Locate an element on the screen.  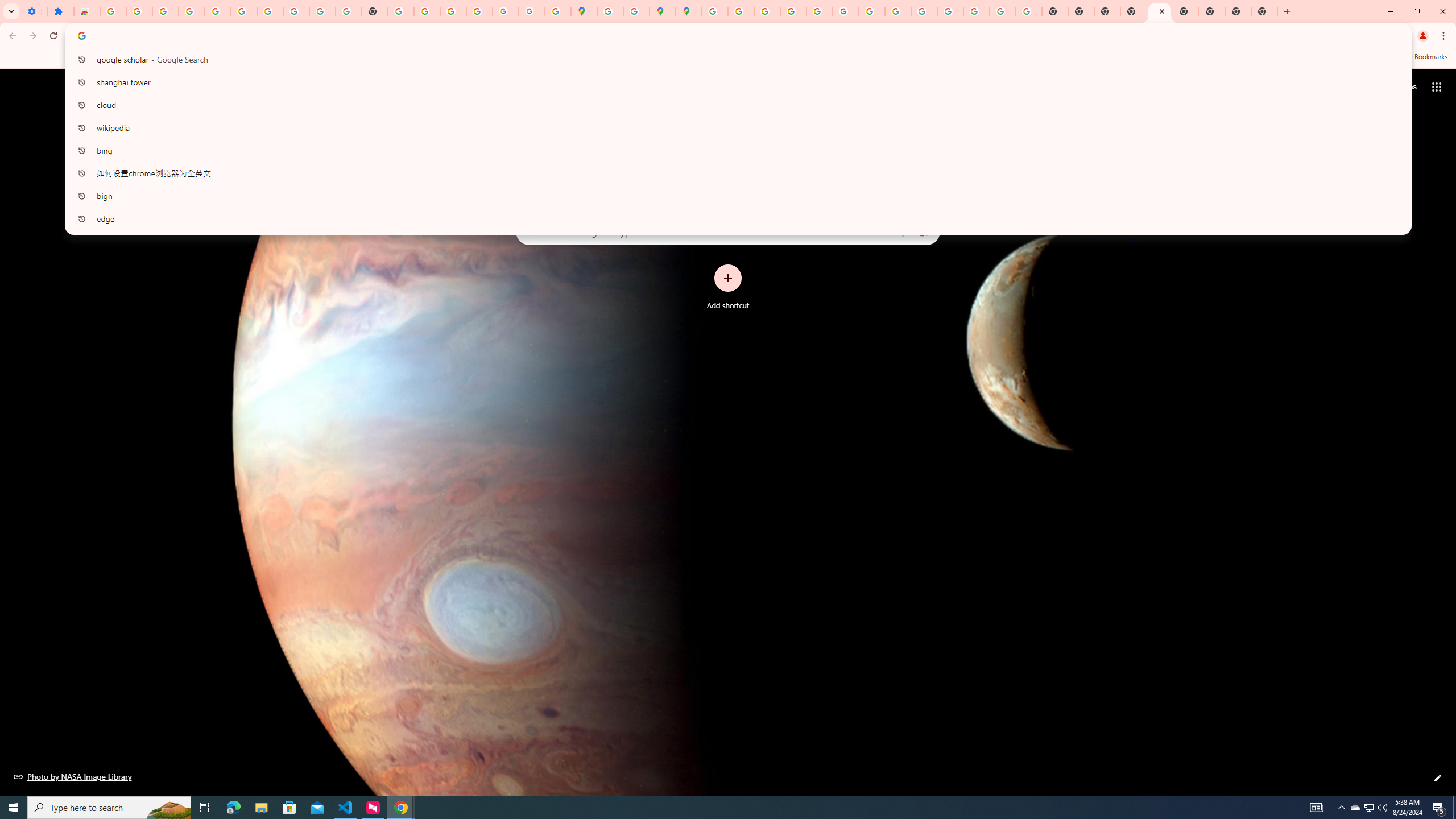
'Search Google or type a URL' is located at coordinates (728, 230).